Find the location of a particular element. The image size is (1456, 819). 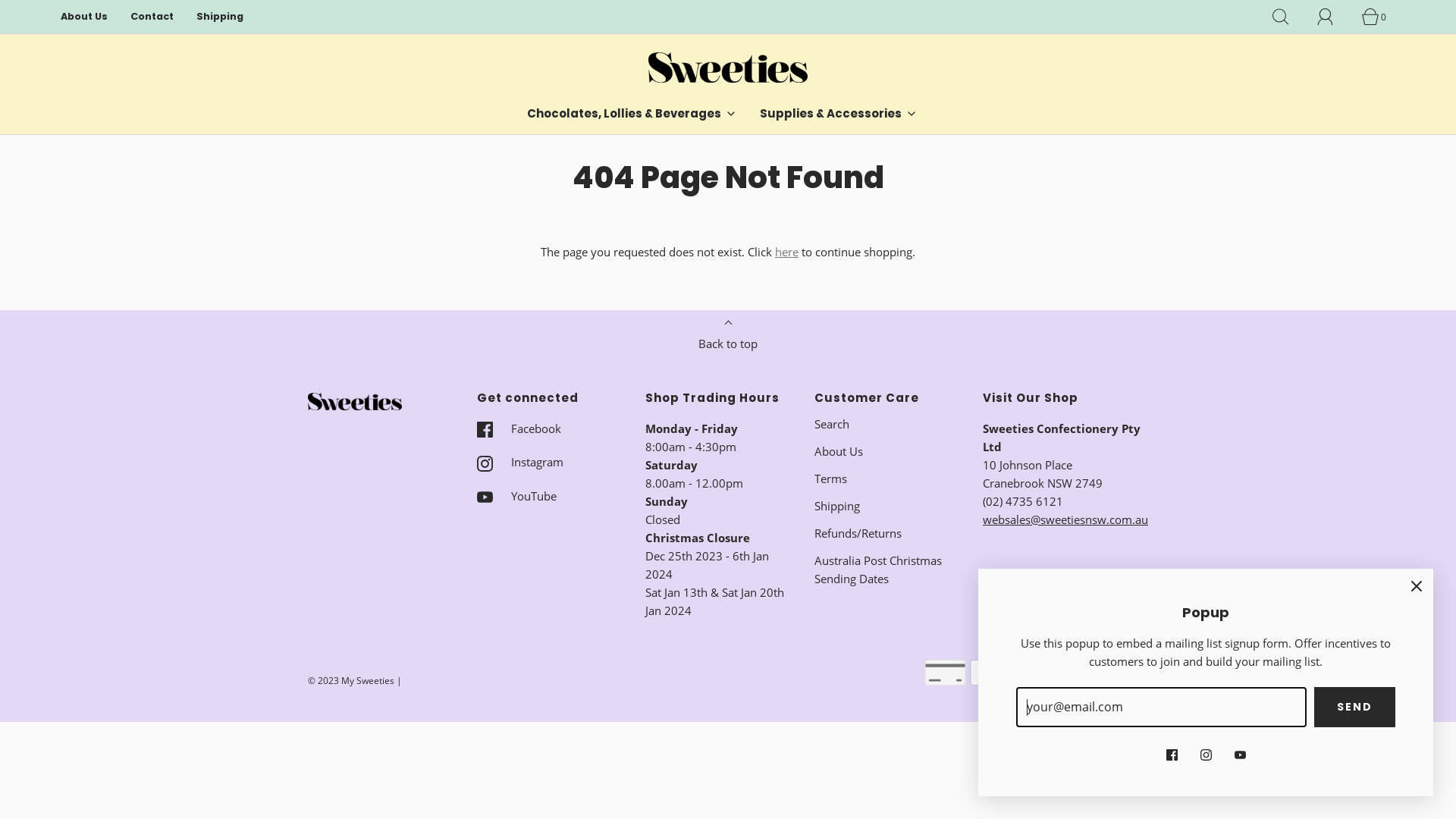

'Instagram icon Instagram' is located at coordinates (519, 461).